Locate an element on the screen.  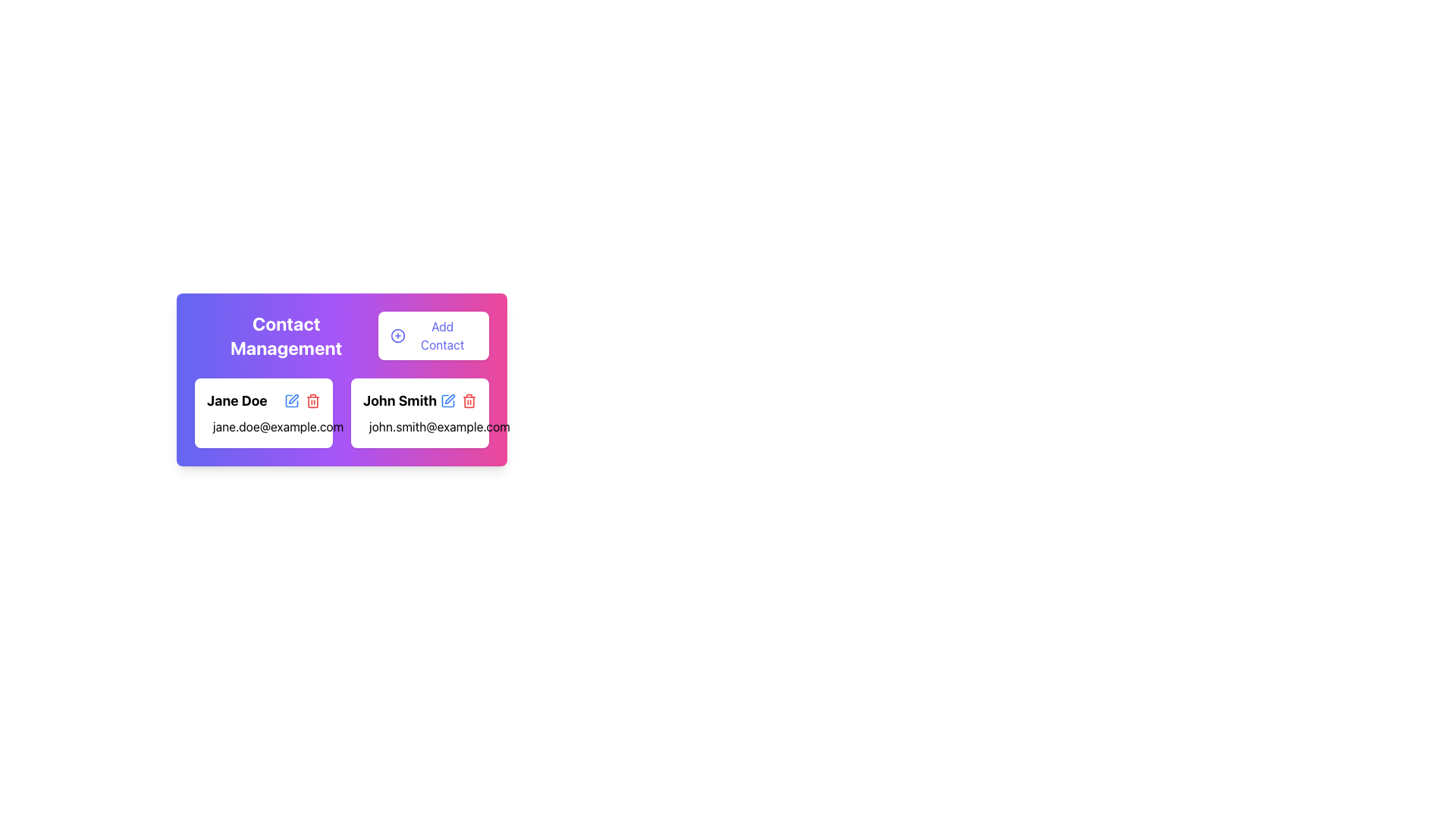
the Text Label displaying 'Jane Doe', which is prominently styled in bold and larger font, located at the top left of the contact details card is located at coordinates (263, 400).